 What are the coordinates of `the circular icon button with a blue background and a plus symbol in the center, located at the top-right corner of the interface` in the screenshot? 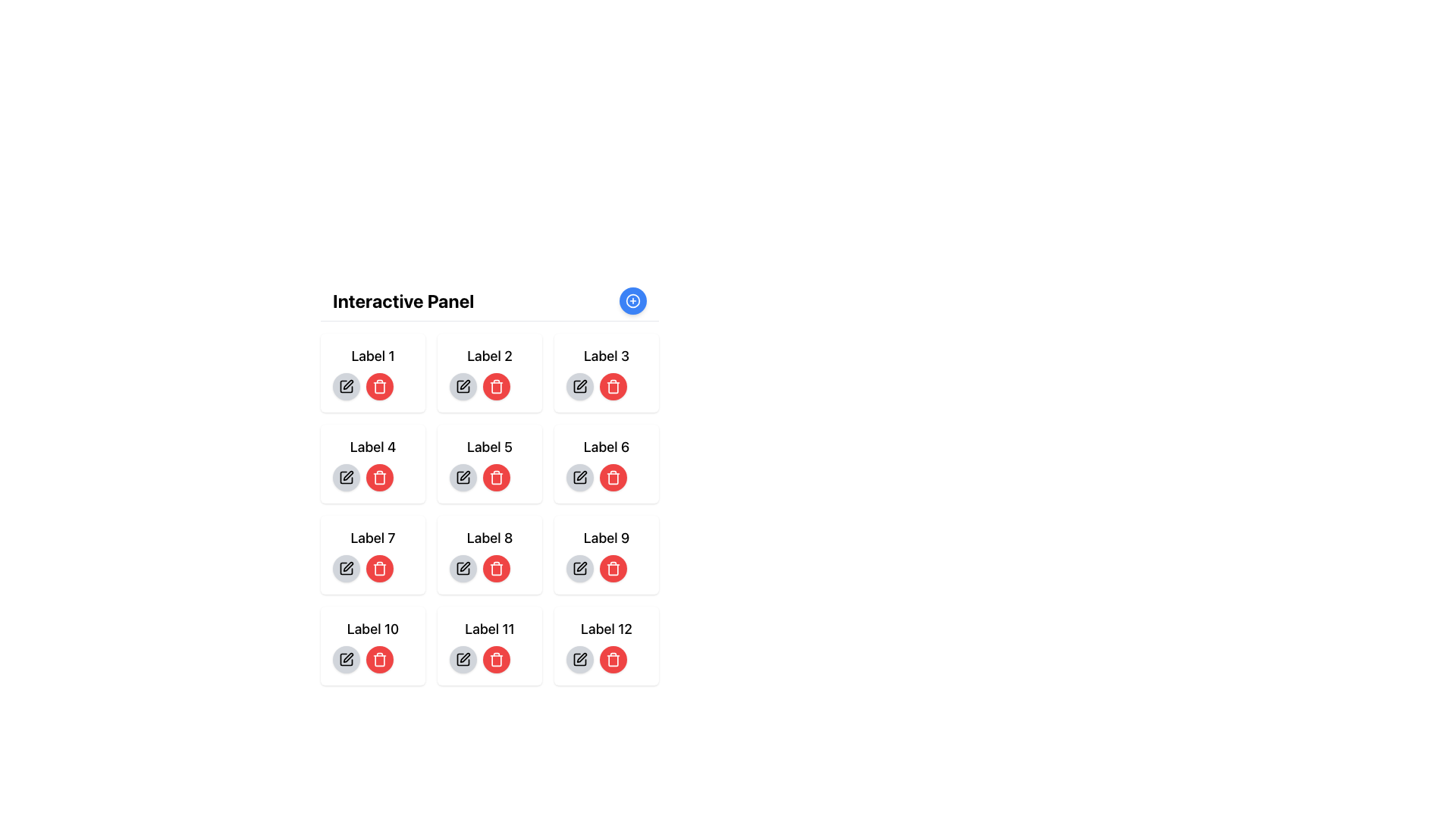 It's located at (633, 301).